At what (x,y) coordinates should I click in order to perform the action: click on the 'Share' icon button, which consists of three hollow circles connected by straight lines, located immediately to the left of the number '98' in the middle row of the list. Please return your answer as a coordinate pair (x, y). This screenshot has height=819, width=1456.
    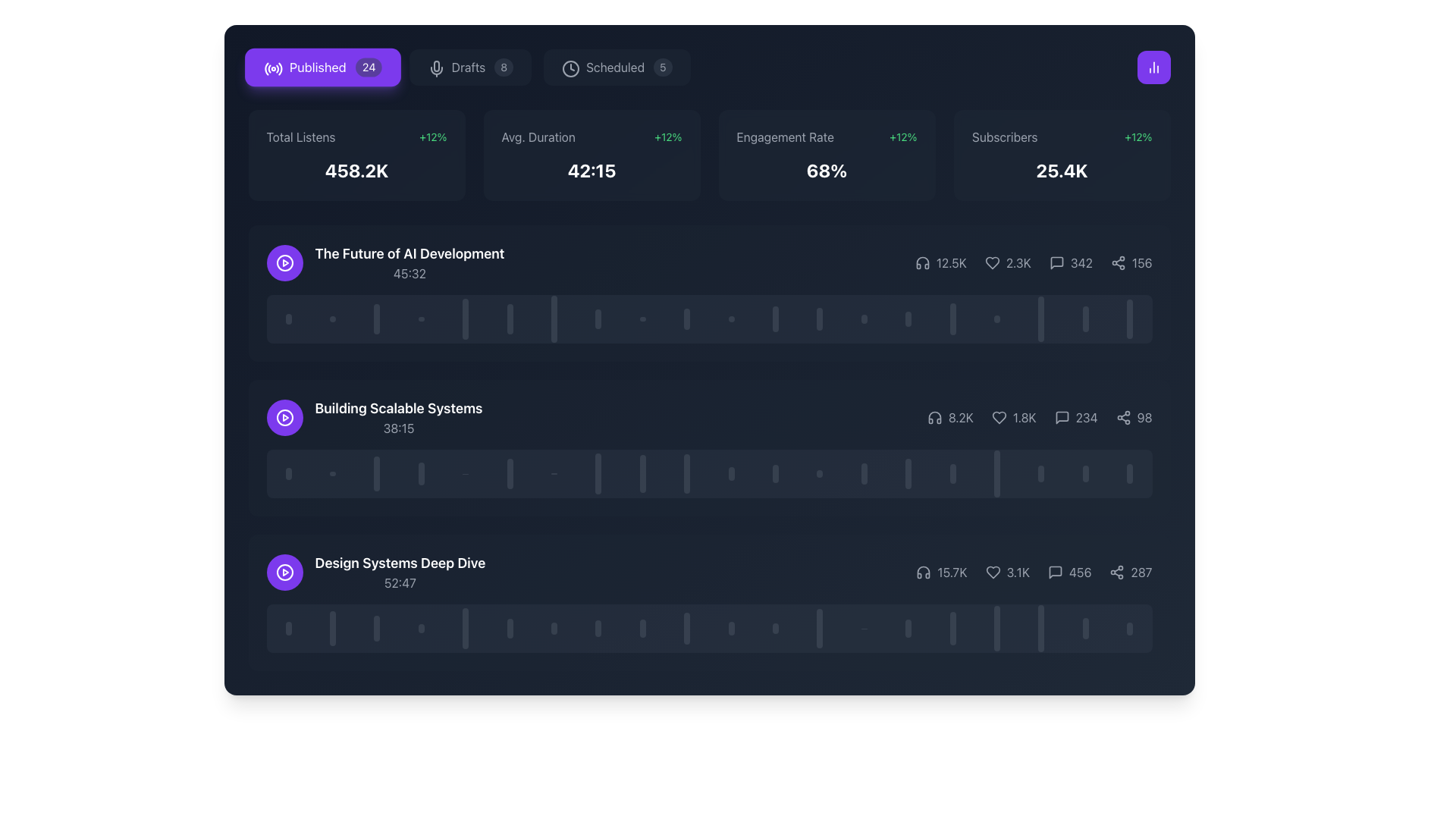
    Looking at the image, I should click on (1123, 418).